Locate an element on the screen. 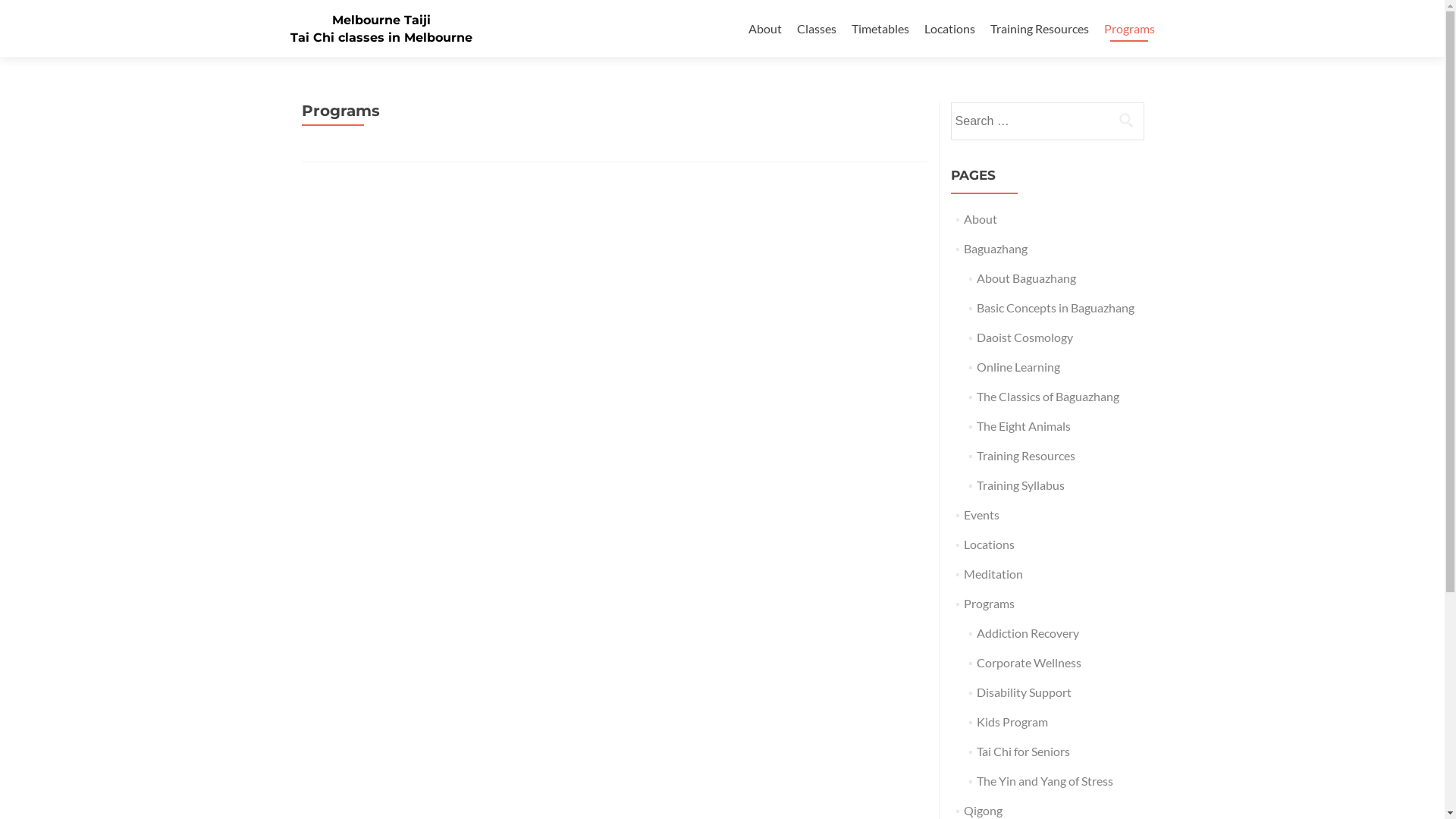 The height and width of the screenshot is (819, 1456). 'Training Syllabus' is located at coordinates (1020, 485).